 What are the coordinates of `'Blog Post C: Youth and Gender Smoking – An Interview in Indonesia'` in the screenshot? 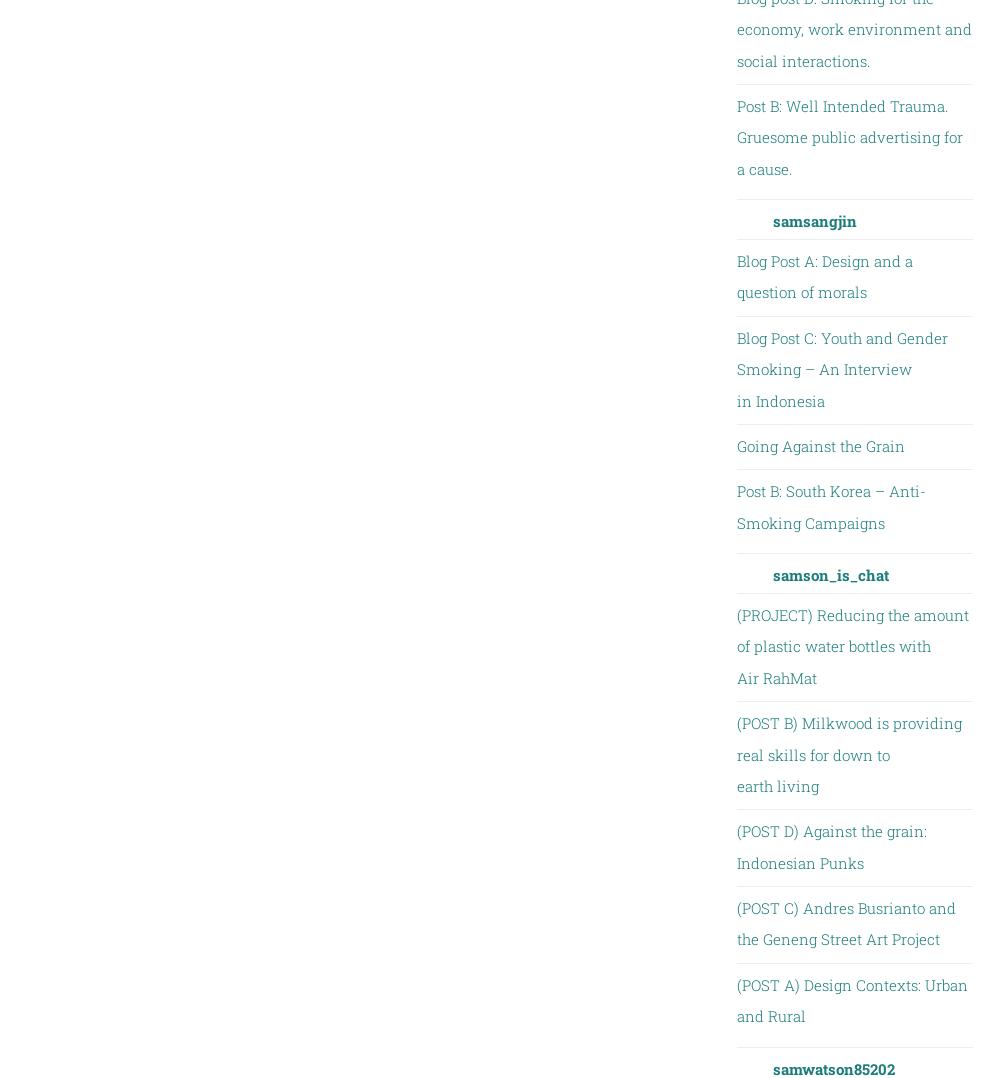 It's located at (840, 368).